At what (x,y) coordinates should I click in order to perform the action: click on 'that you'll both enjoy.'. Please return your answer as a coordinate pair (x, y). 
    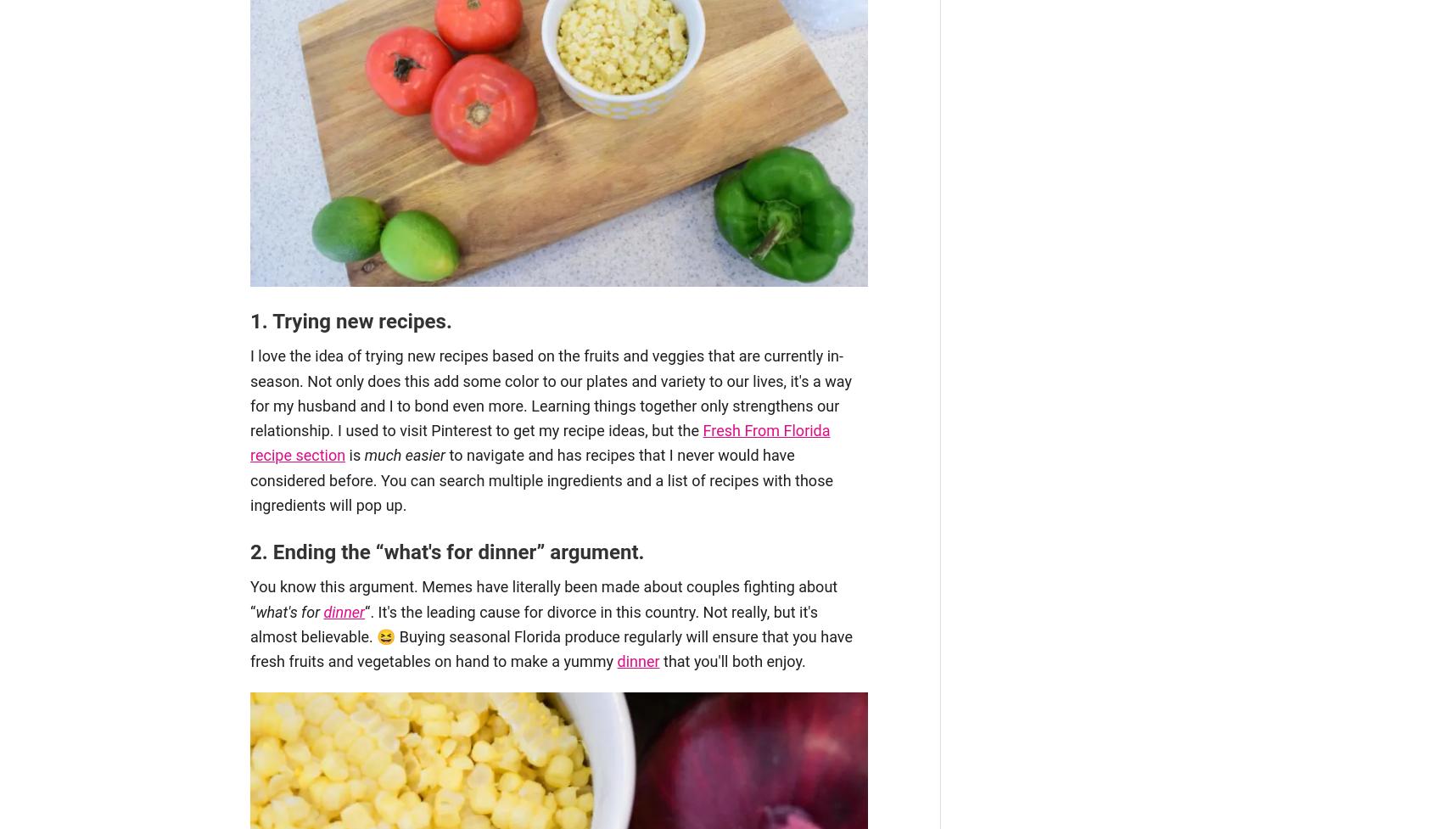
    Looking at the image, I should click on (731, 661).